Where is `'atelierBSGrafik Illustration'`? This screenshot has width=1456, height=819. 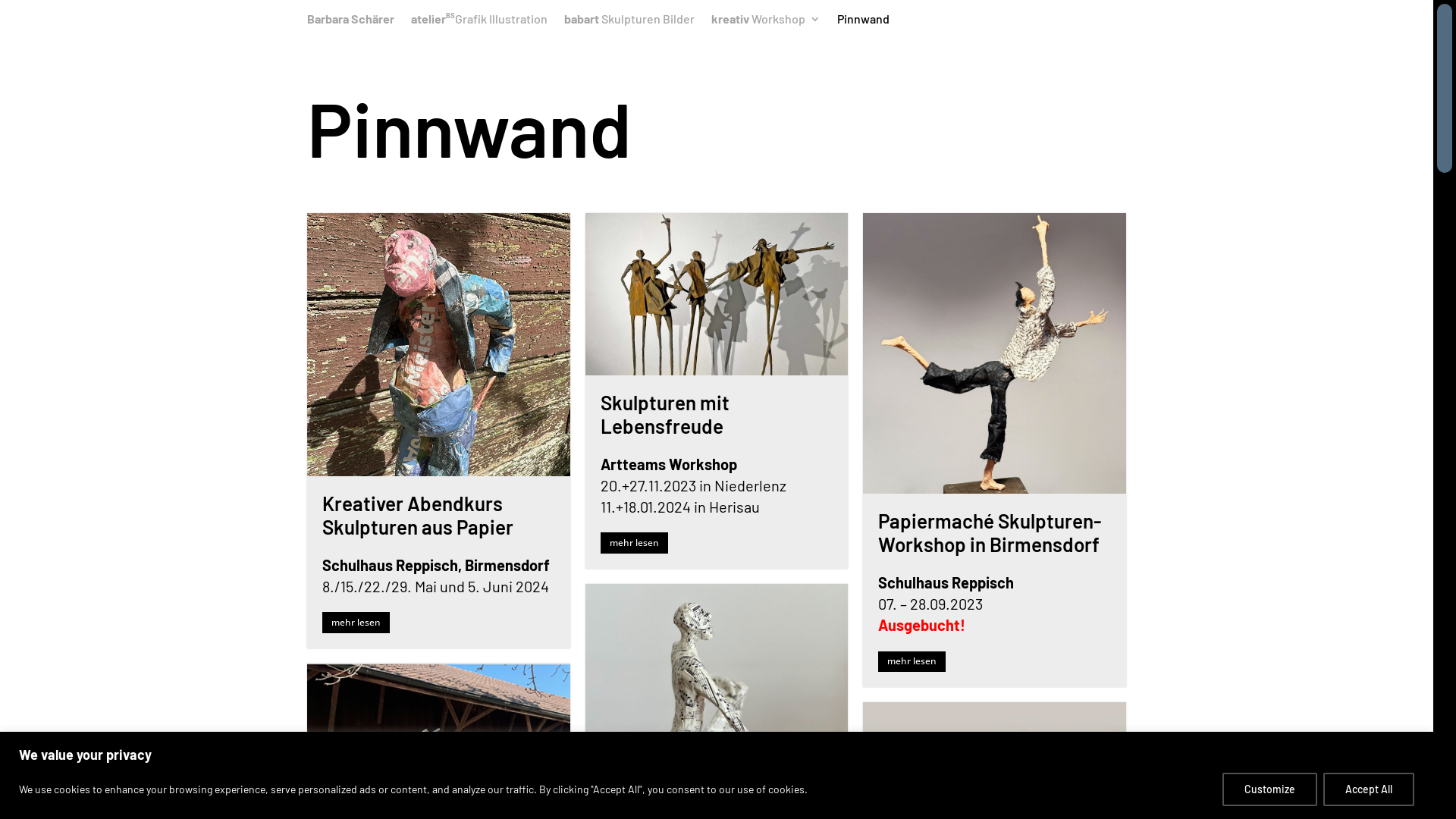
'atelierBSGrafik Illustration' is located at coordinates (479, 23).